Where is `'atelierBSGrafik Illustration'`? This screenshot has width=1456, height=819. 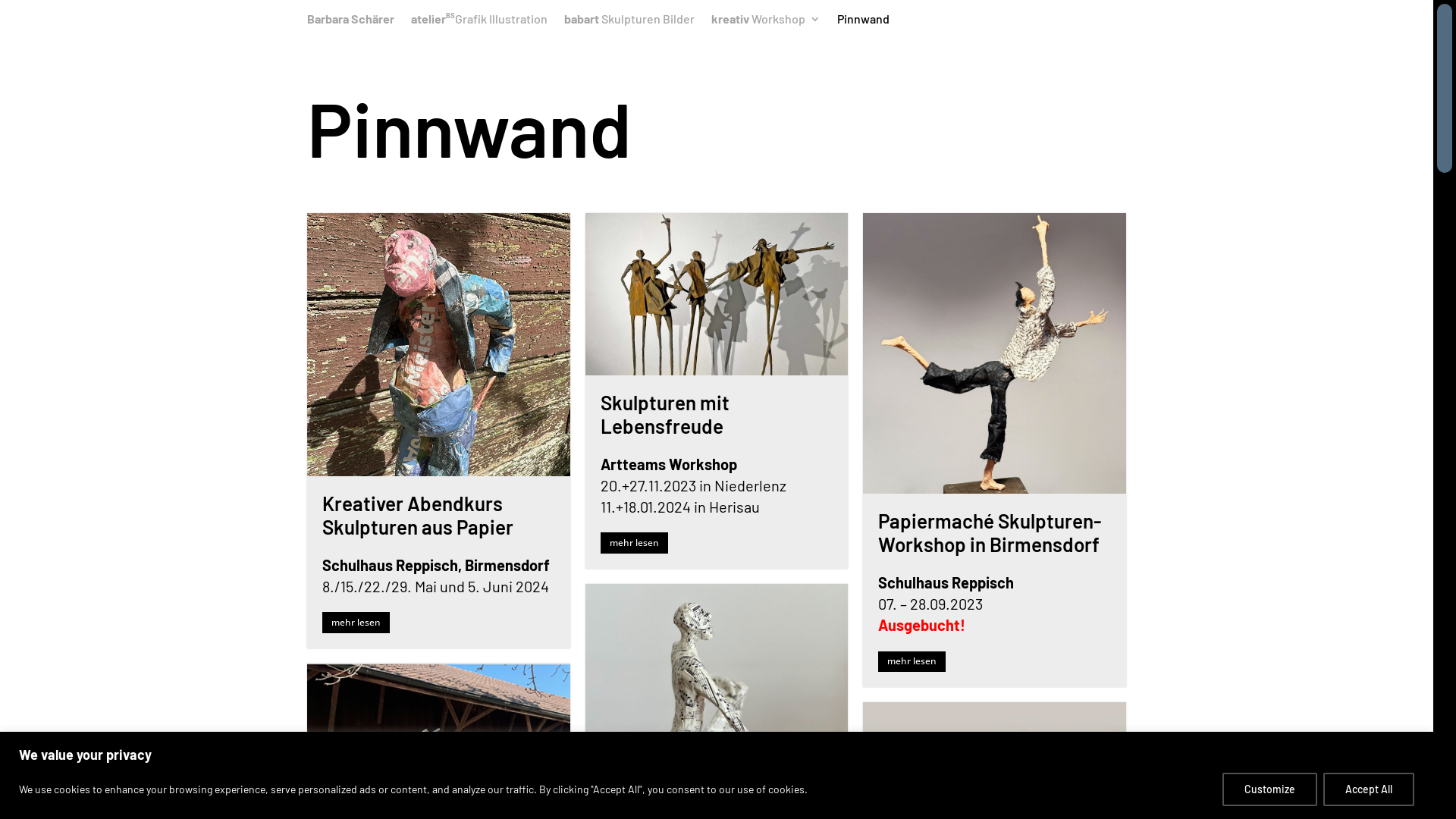
'atelierBSGrafik Illustration' is located at coordinates (479, 23).